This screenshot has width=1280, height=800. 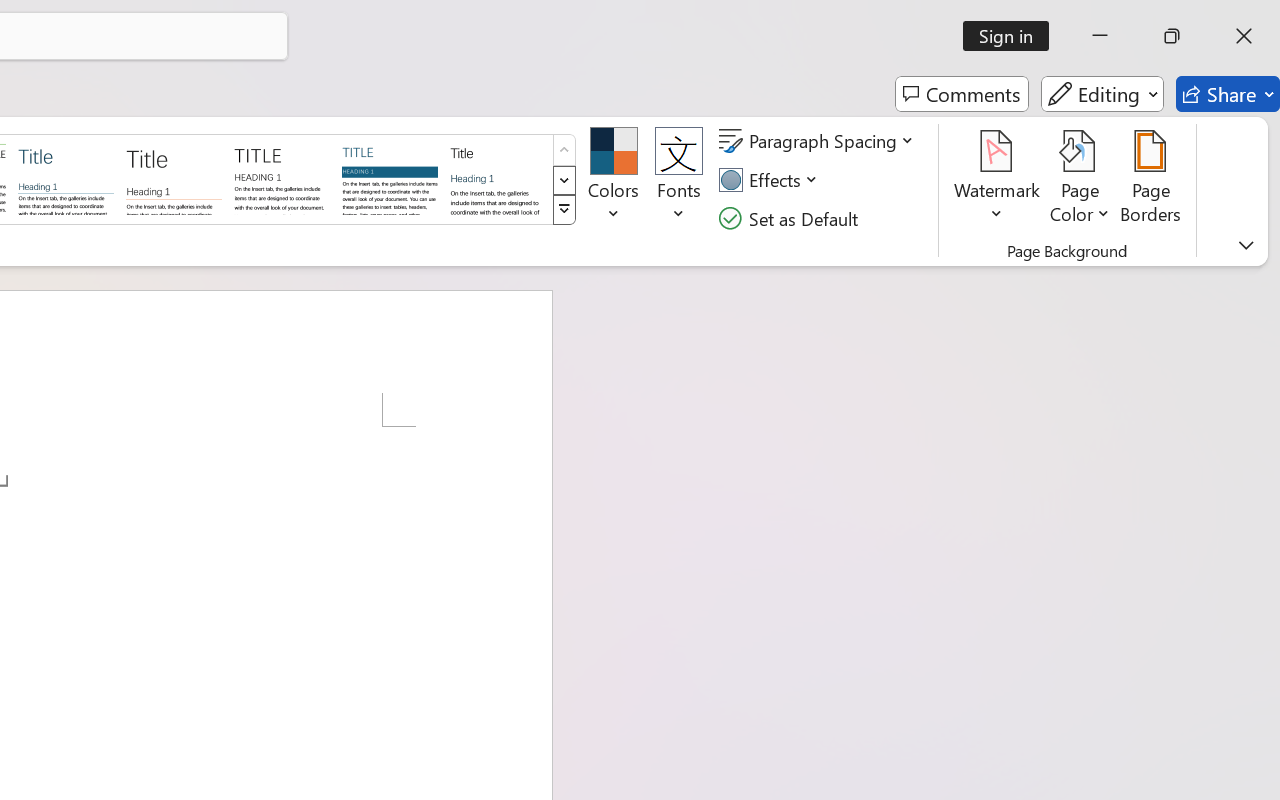 What do you see at coordinates (819, 141) in the screenshot?
I see `'Paragraph Spacing'` at bounding box center [819, 141].